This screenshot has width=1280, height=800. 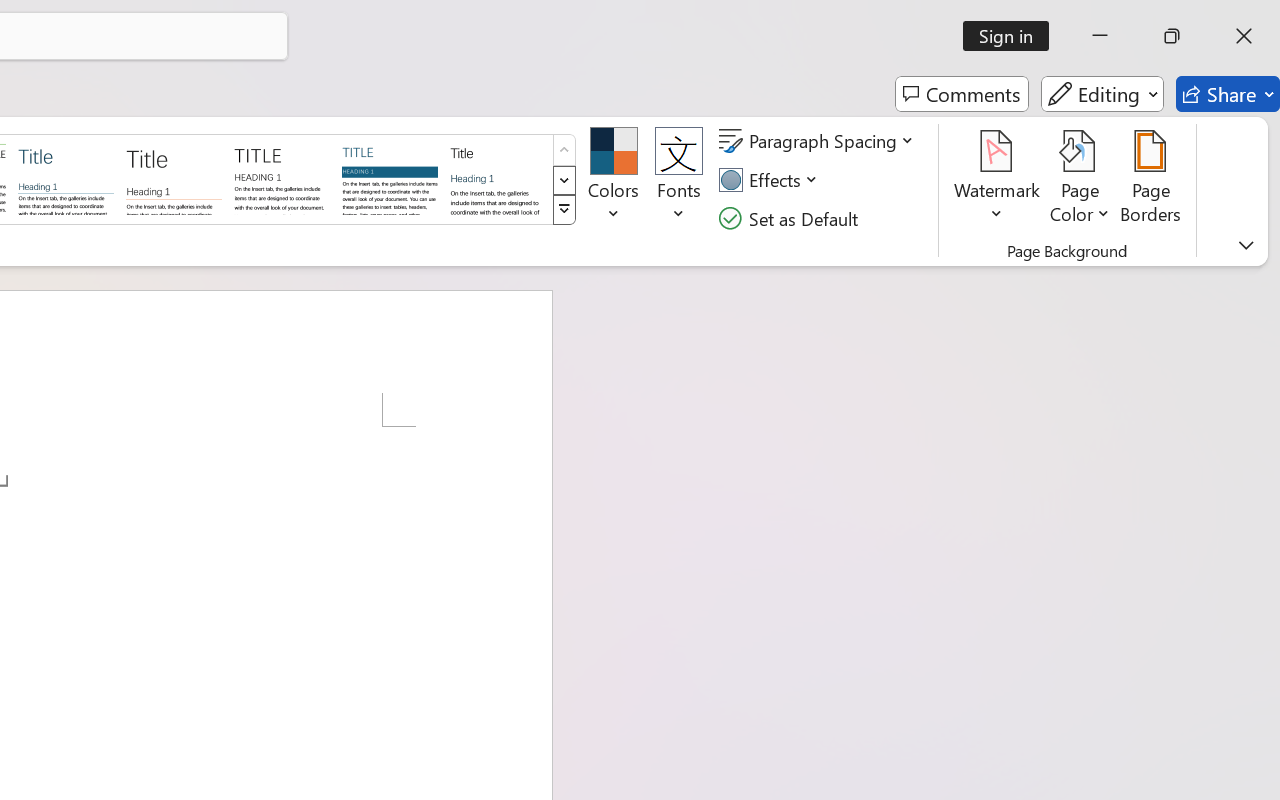 What do you see at coordinates (819, 141) in the screenshot?
I see `'Paragraph Spacing'` at bounding box center [819, 141].